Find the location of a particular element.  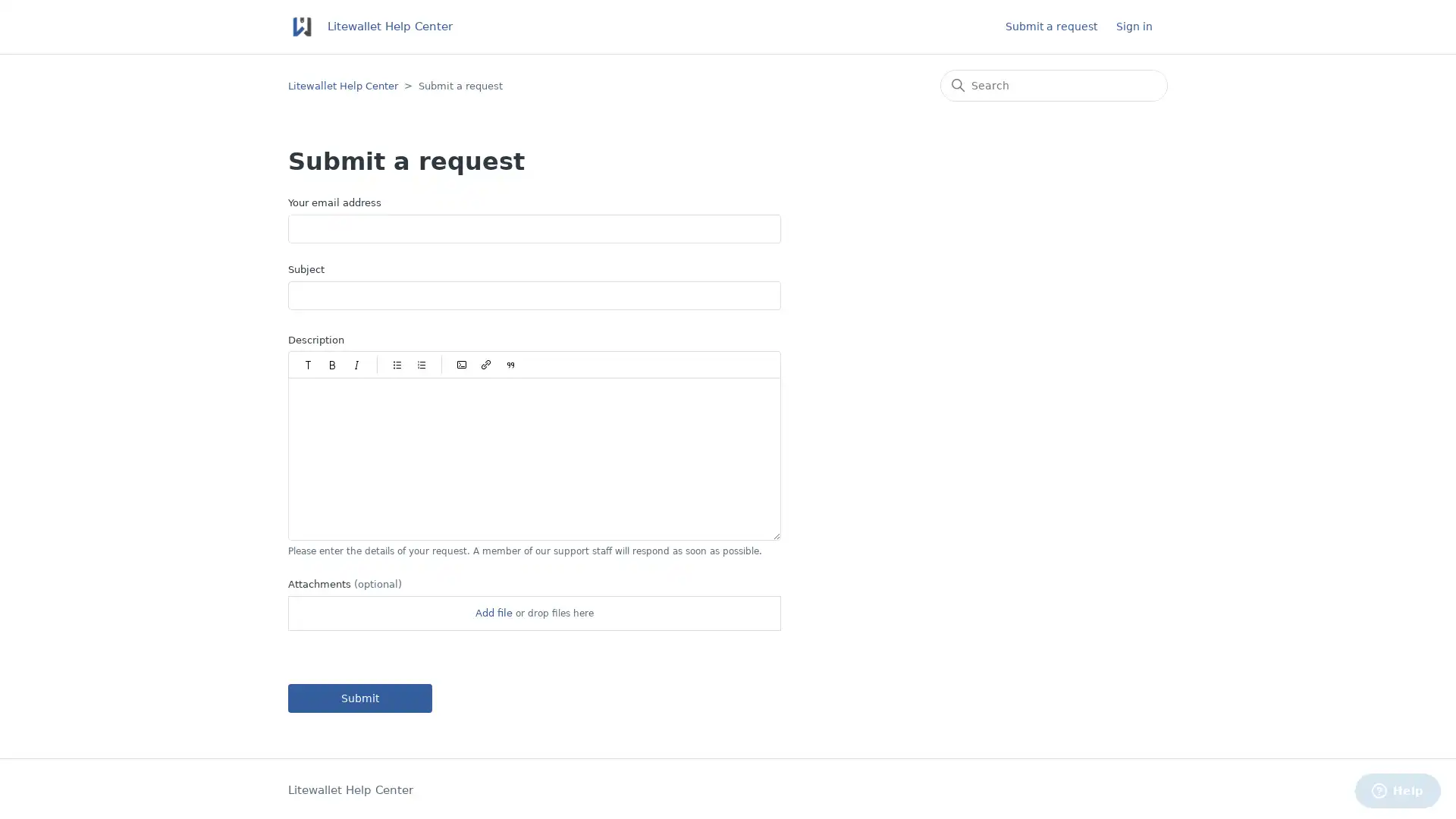

Quote is located at coordinates (510, 365).